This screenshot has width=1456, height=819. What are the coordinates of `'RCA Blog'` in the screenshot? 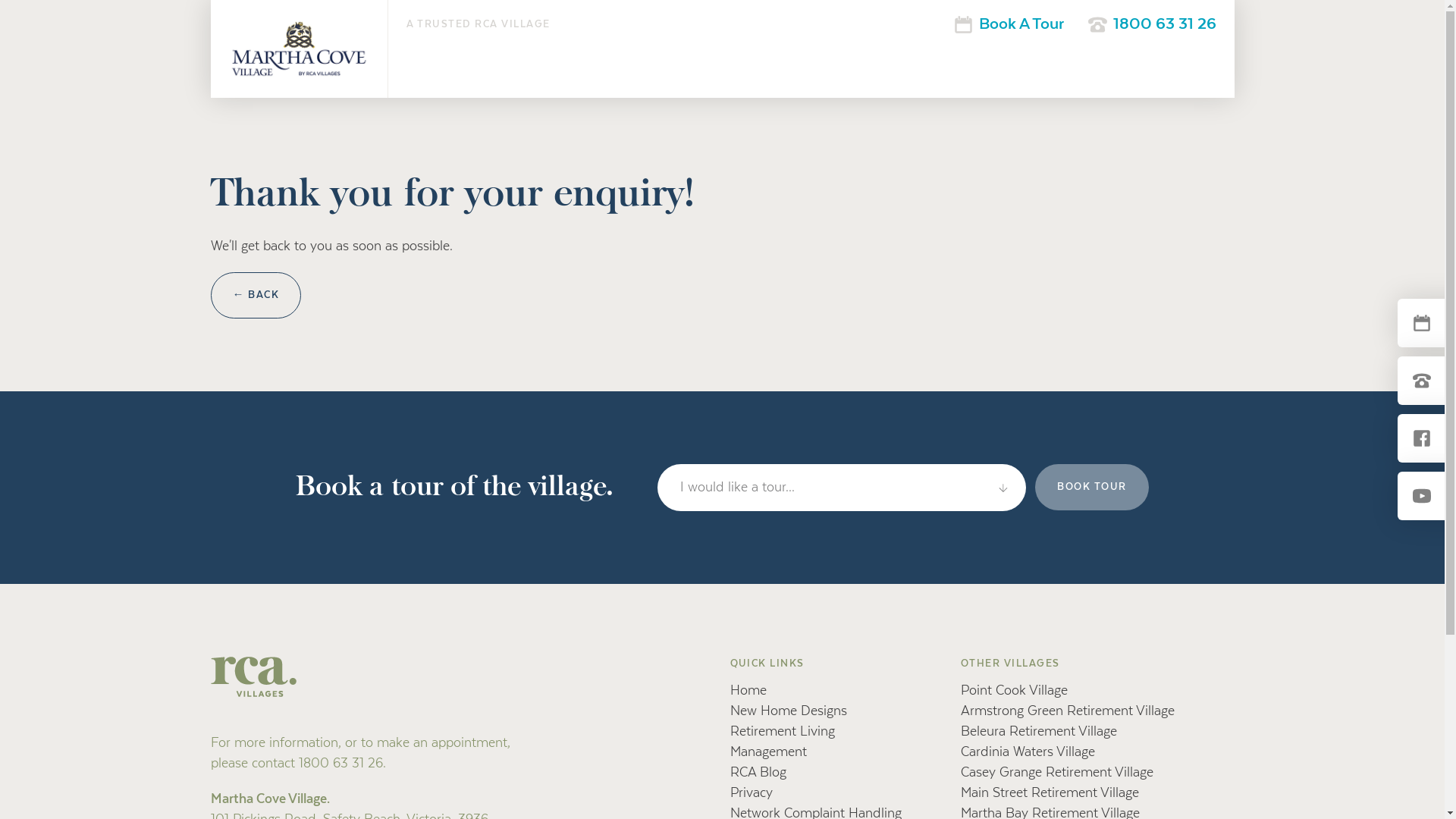 It's located at (757, 772).